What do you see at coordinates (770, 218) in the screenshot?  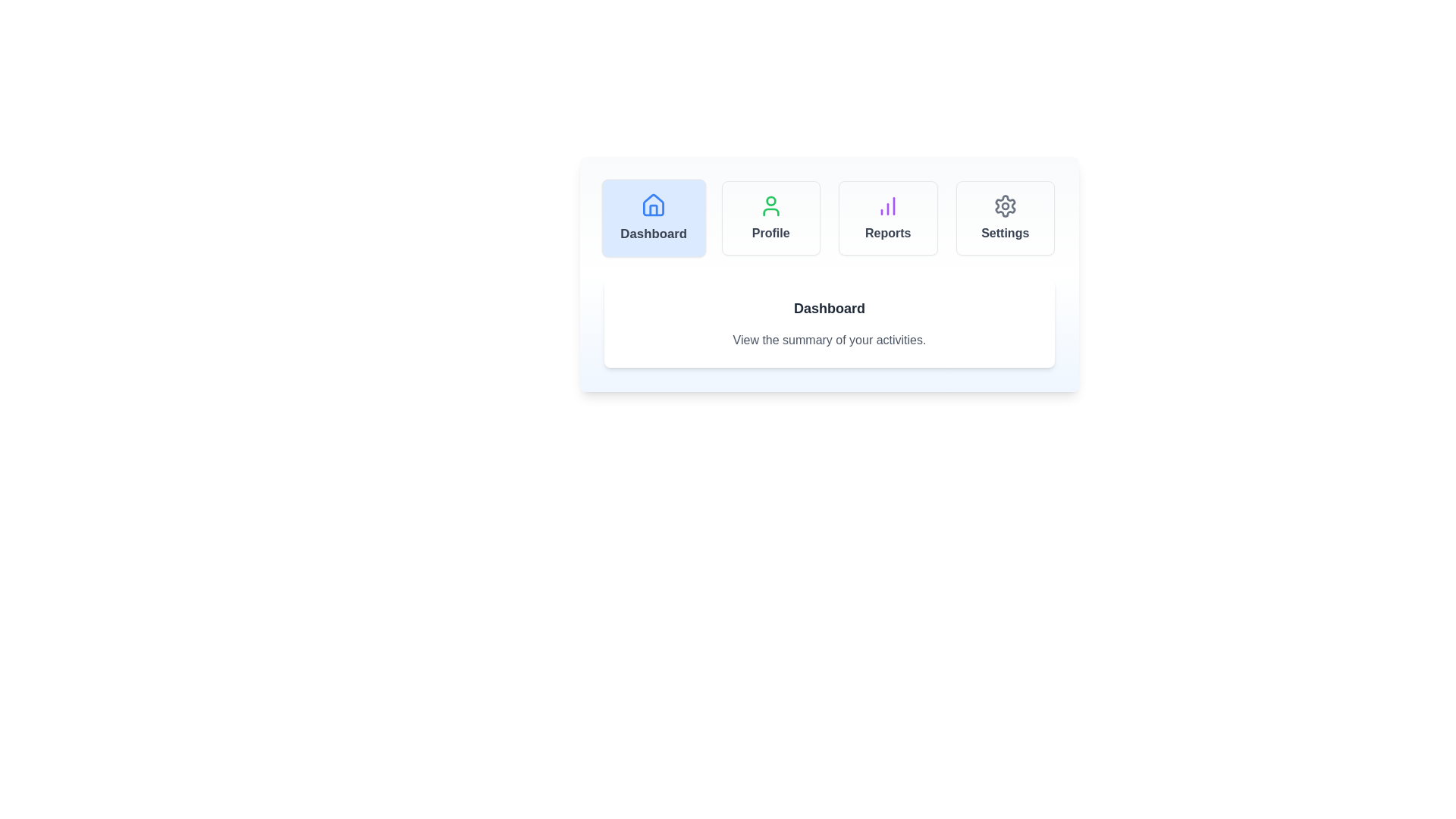 I see `the Profile tab to navigate to it` at bounding box center [770, 218].